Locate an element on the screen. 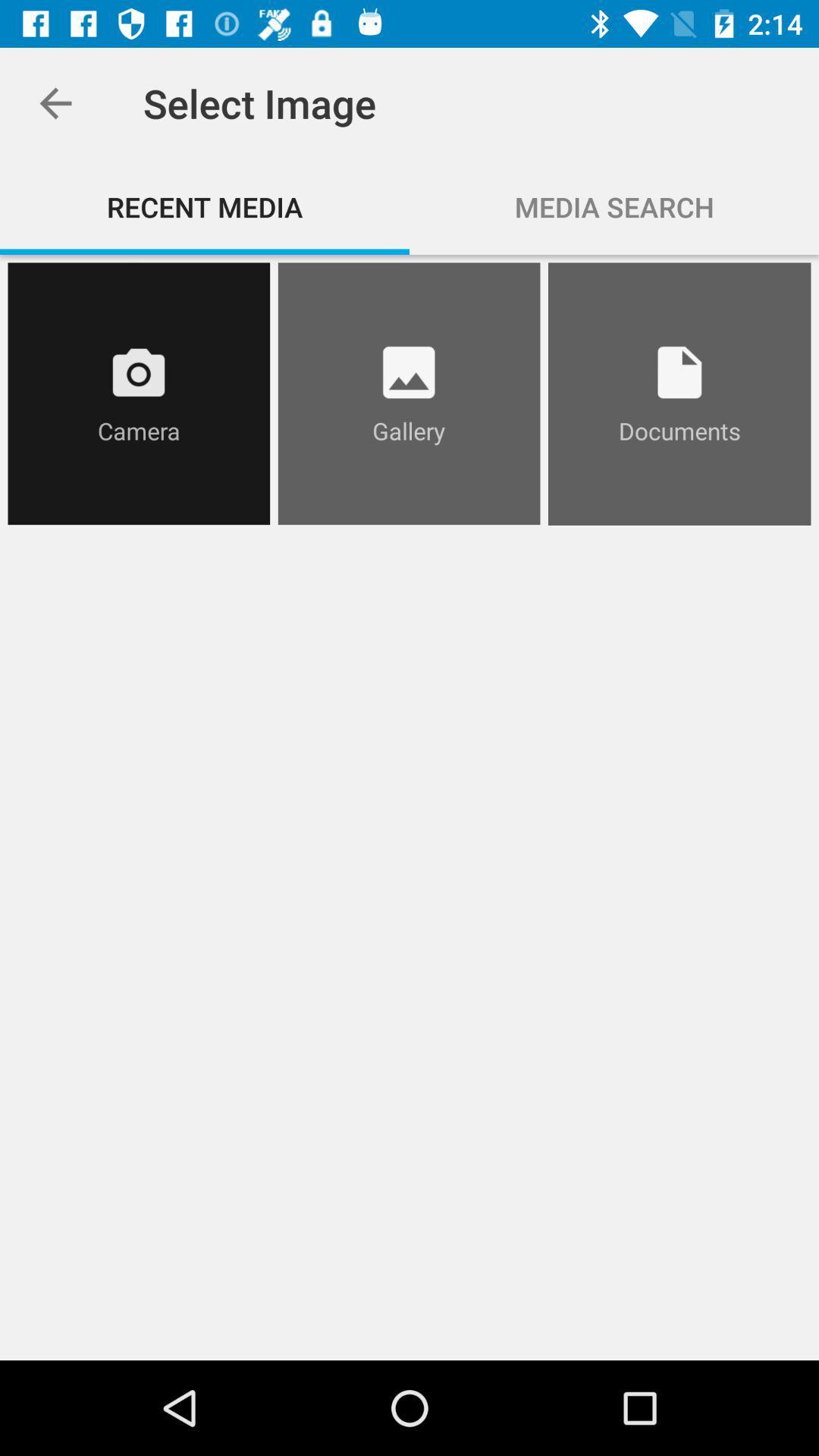  icon to the left of the select image icon is located at coordinates (55, 102).